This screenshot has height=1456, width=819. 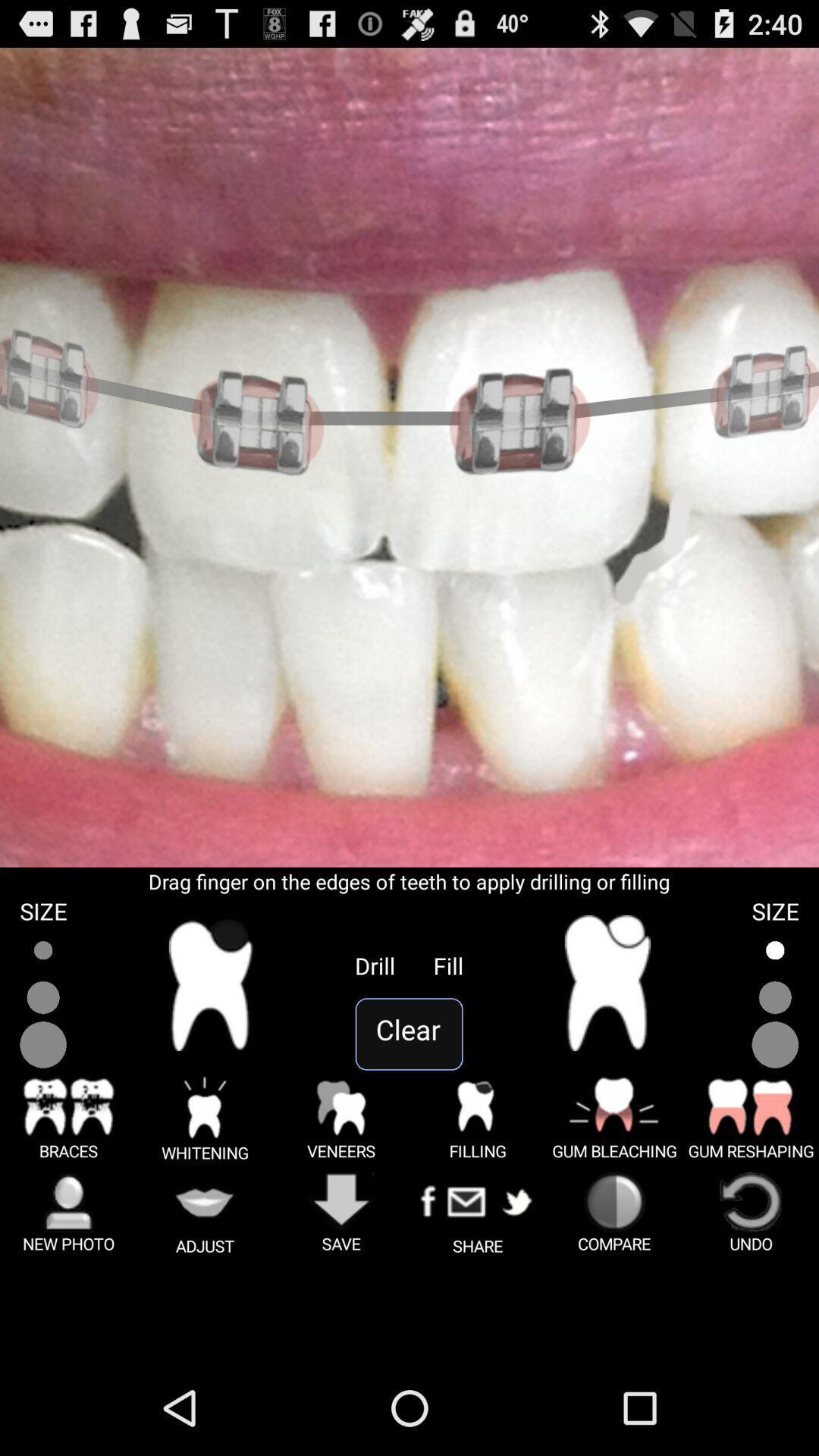 I want to click on symbol beside veneers, so click(x=476, y=1118).